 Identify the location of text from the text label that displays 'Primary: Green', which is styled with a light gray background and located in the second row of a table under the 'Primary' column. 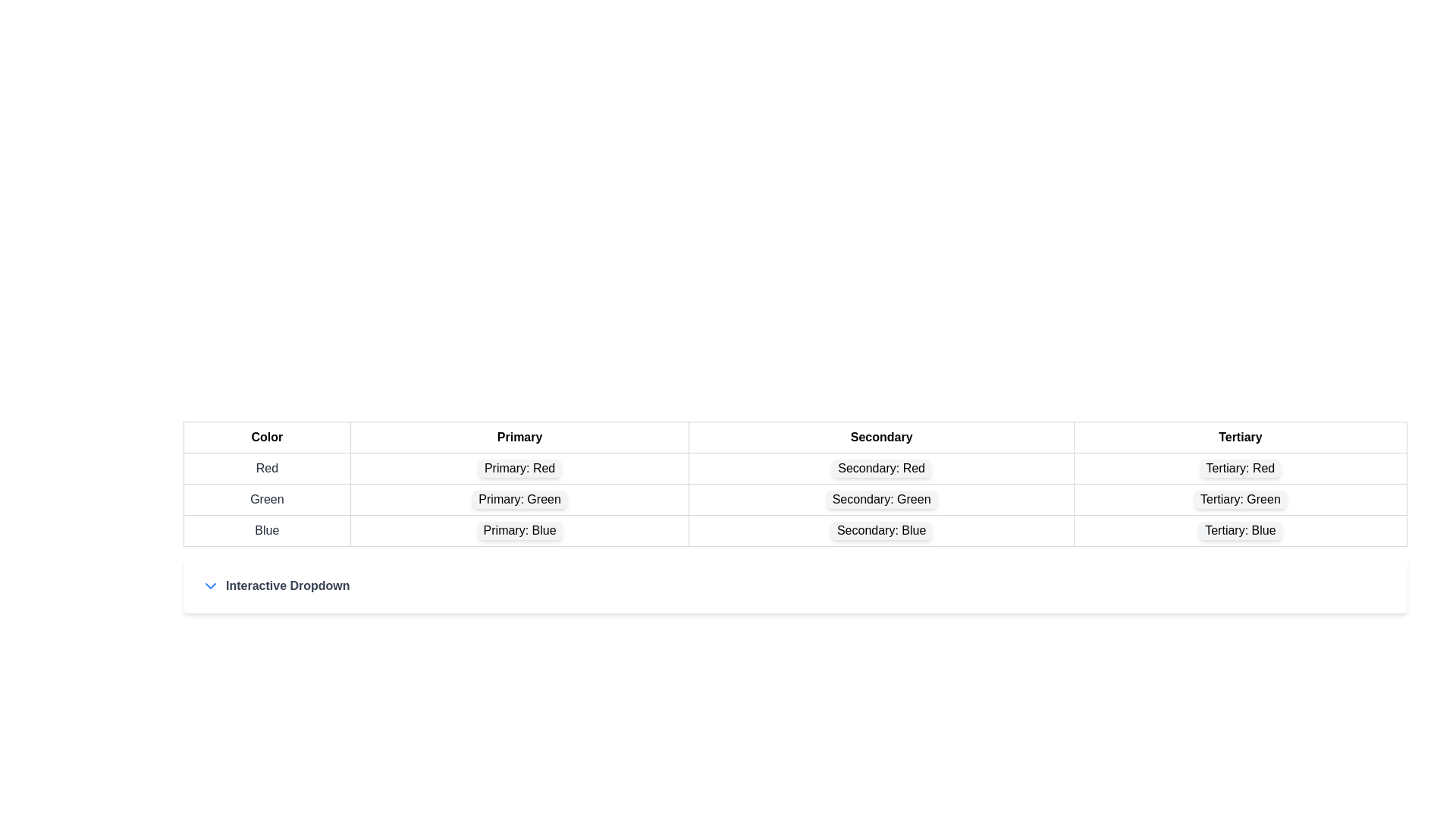
(519, 500).